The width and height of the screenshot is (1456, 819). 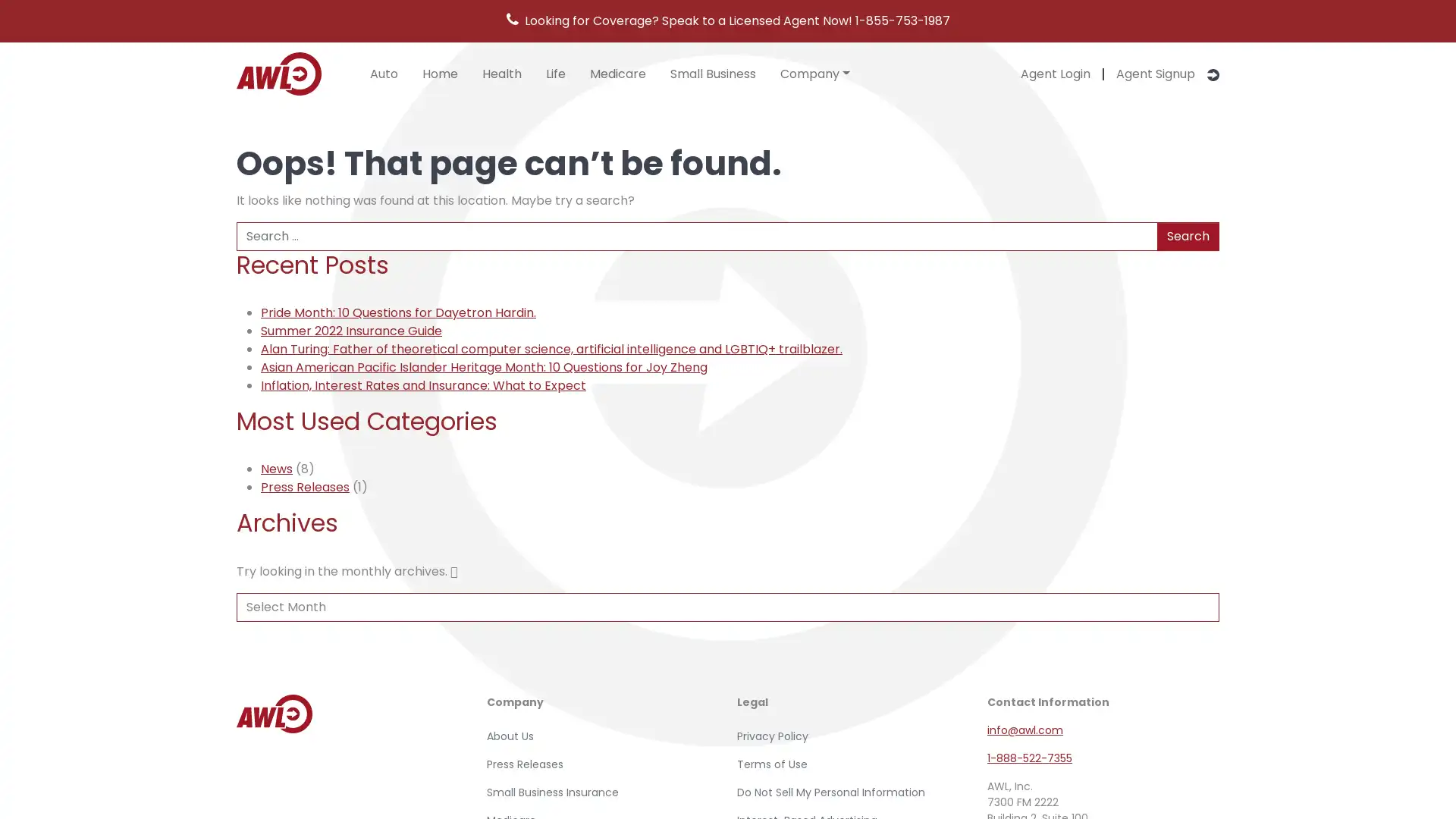 What do you see at coordinates (1187, 236) in the screenshot?
I see `Search` at bounding box center [1187, 236].